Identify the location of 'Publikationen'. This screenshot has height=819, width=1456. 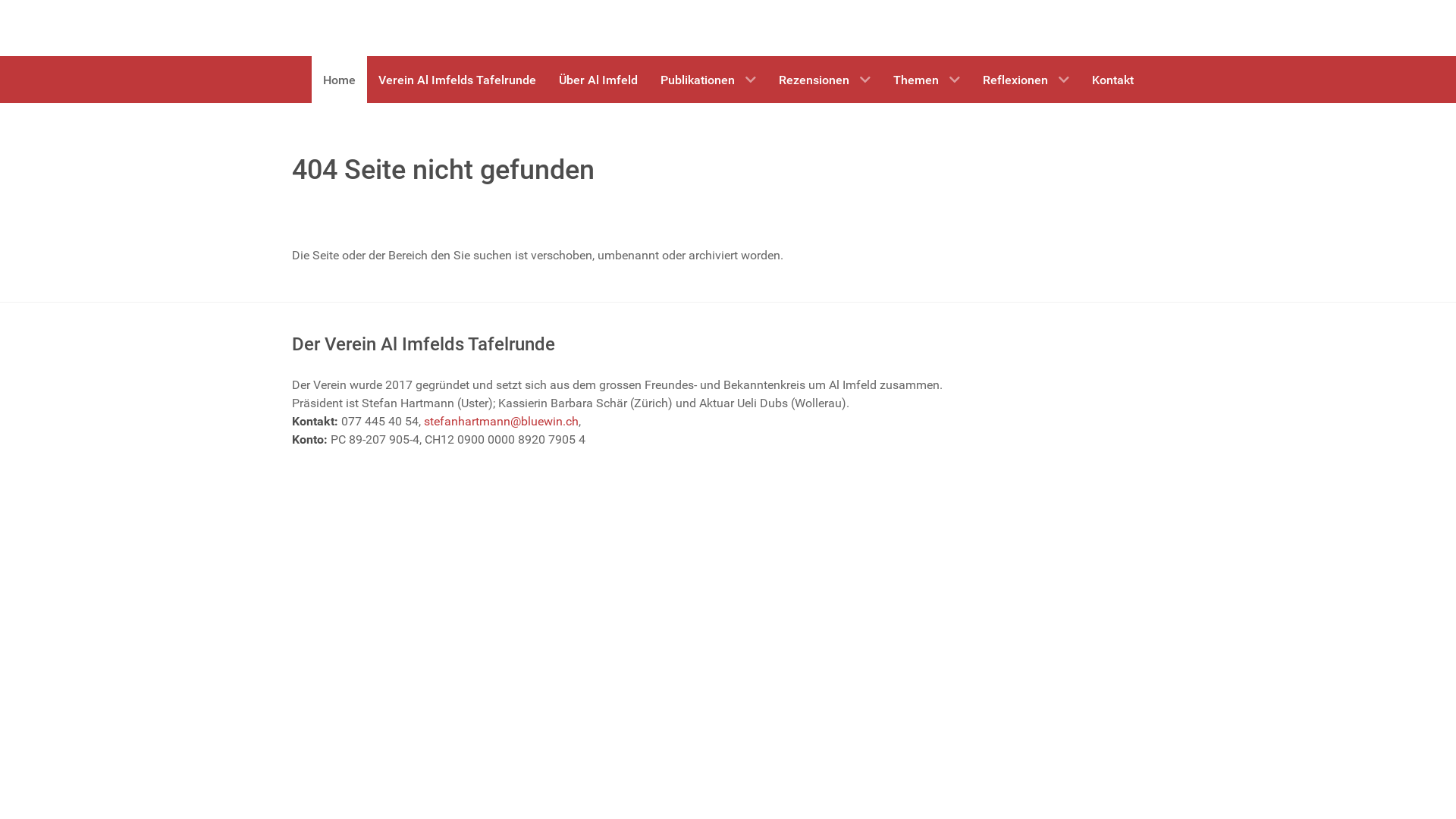
(648, 79).